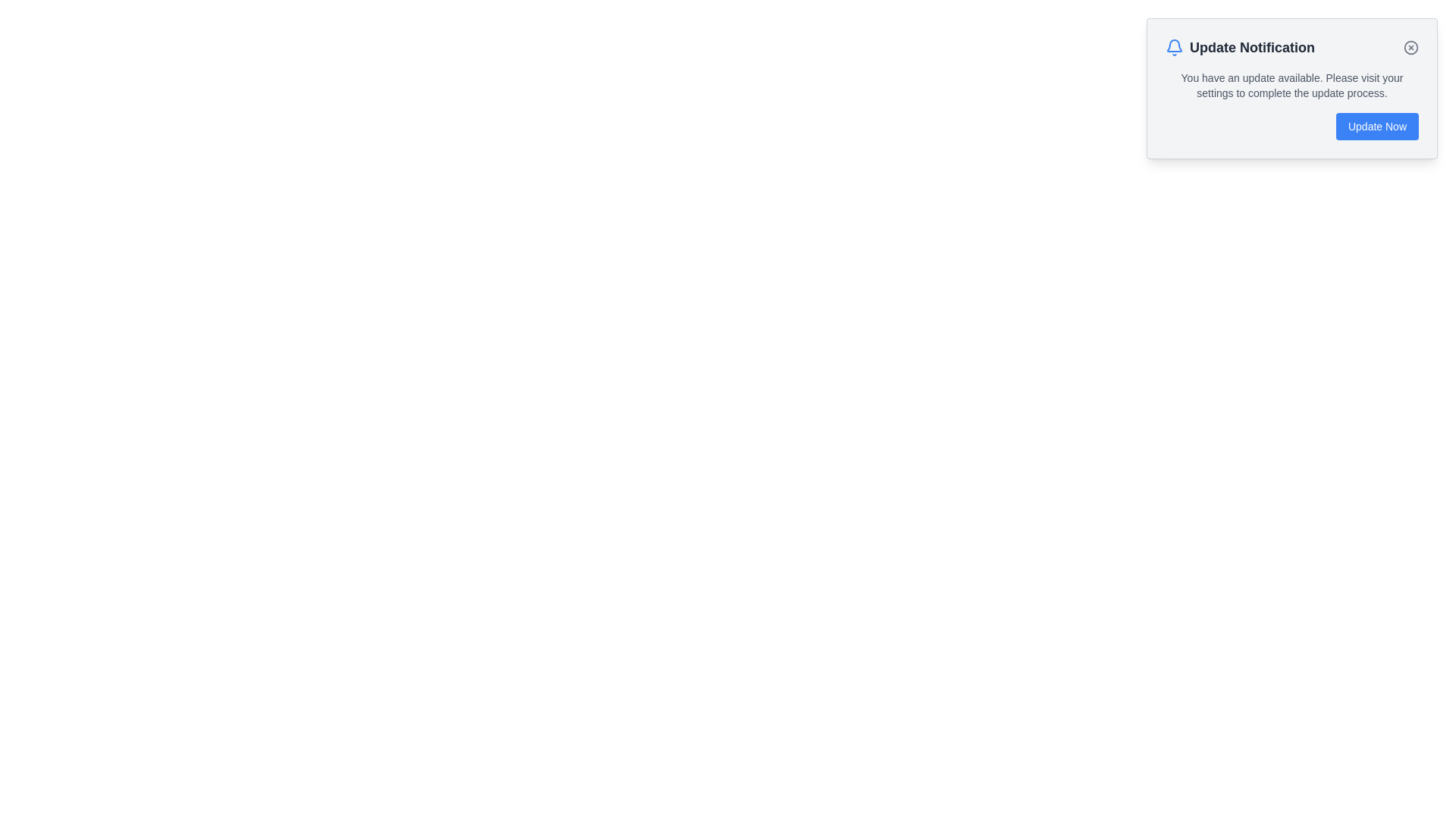  What do you see at coordinates (1377, 125) in the screenshot?
I see `the 'Update Now' button, which is a rectangular button with rounded corners, a blue background, and white text, located at the bottom-right corner of the notification panel` at bounding box center [1377, 125].